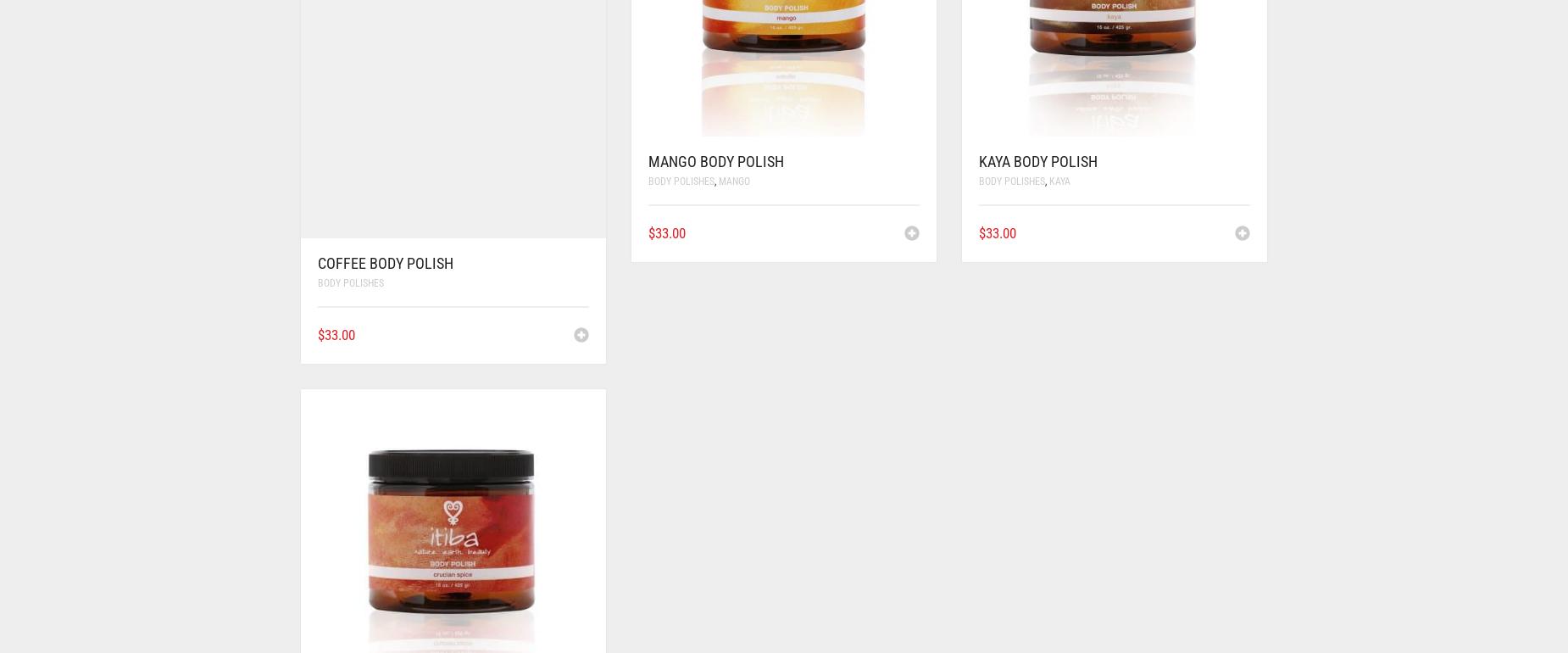  I want to click on 'View Product', so click(899, 316).